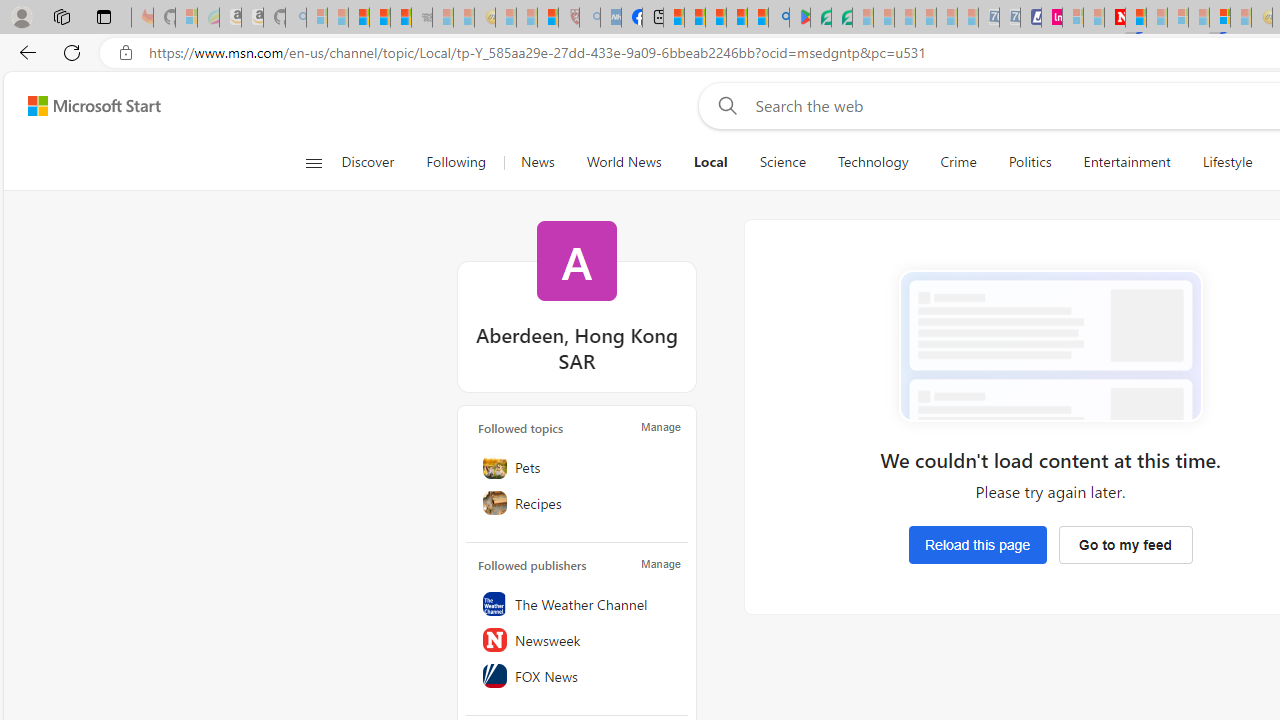  Describe the element at coordinates (623, 162) in the screenshot. I see `'World News'` at that location.